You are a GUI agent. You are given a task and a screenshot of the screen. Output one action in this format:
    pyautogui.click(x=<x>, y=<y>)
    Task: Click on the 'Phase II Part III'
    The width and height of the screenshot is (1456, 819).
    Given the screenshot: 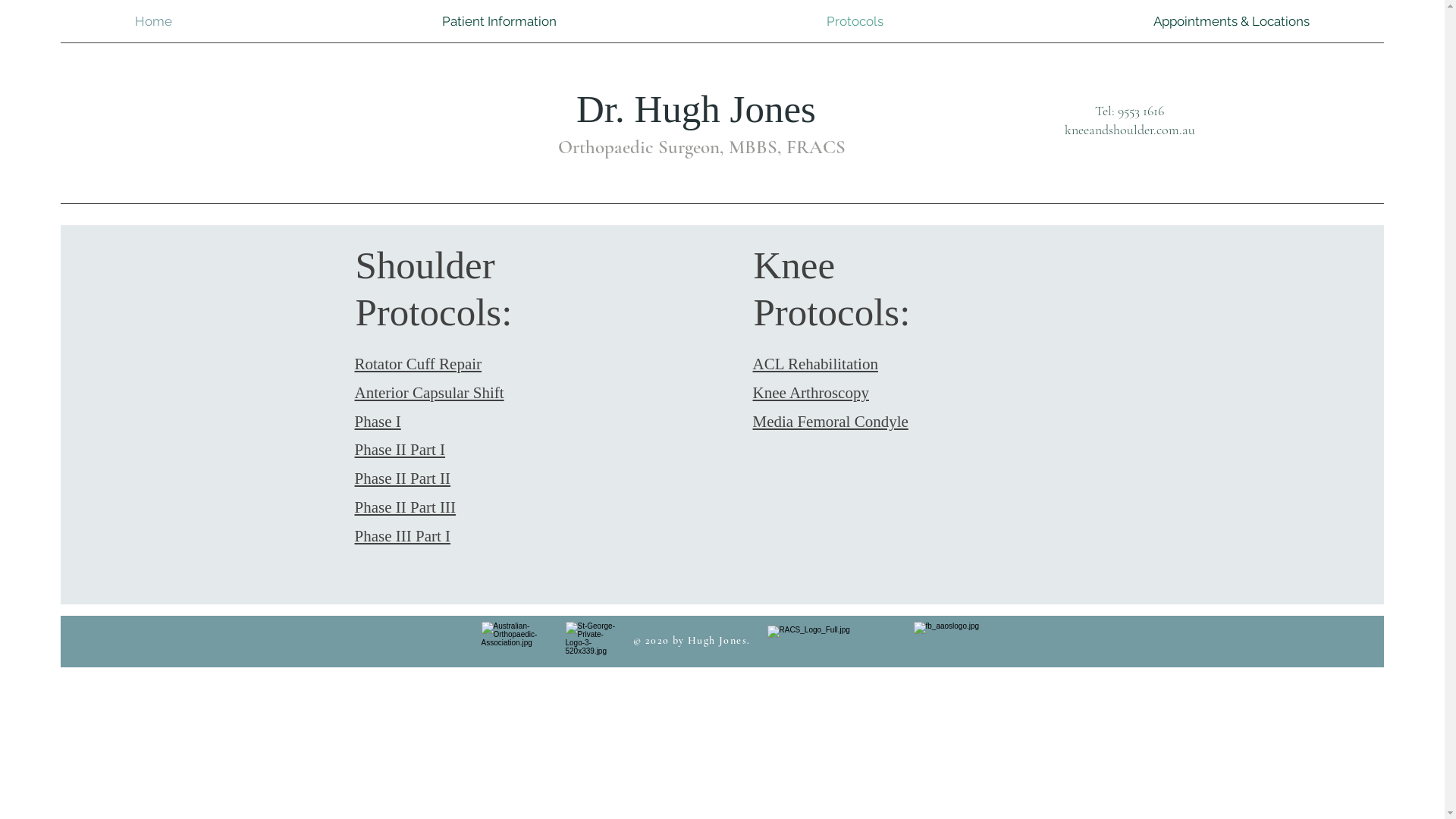 What is the action you would take?
    pyautogui.click(x=405, y=507)
    